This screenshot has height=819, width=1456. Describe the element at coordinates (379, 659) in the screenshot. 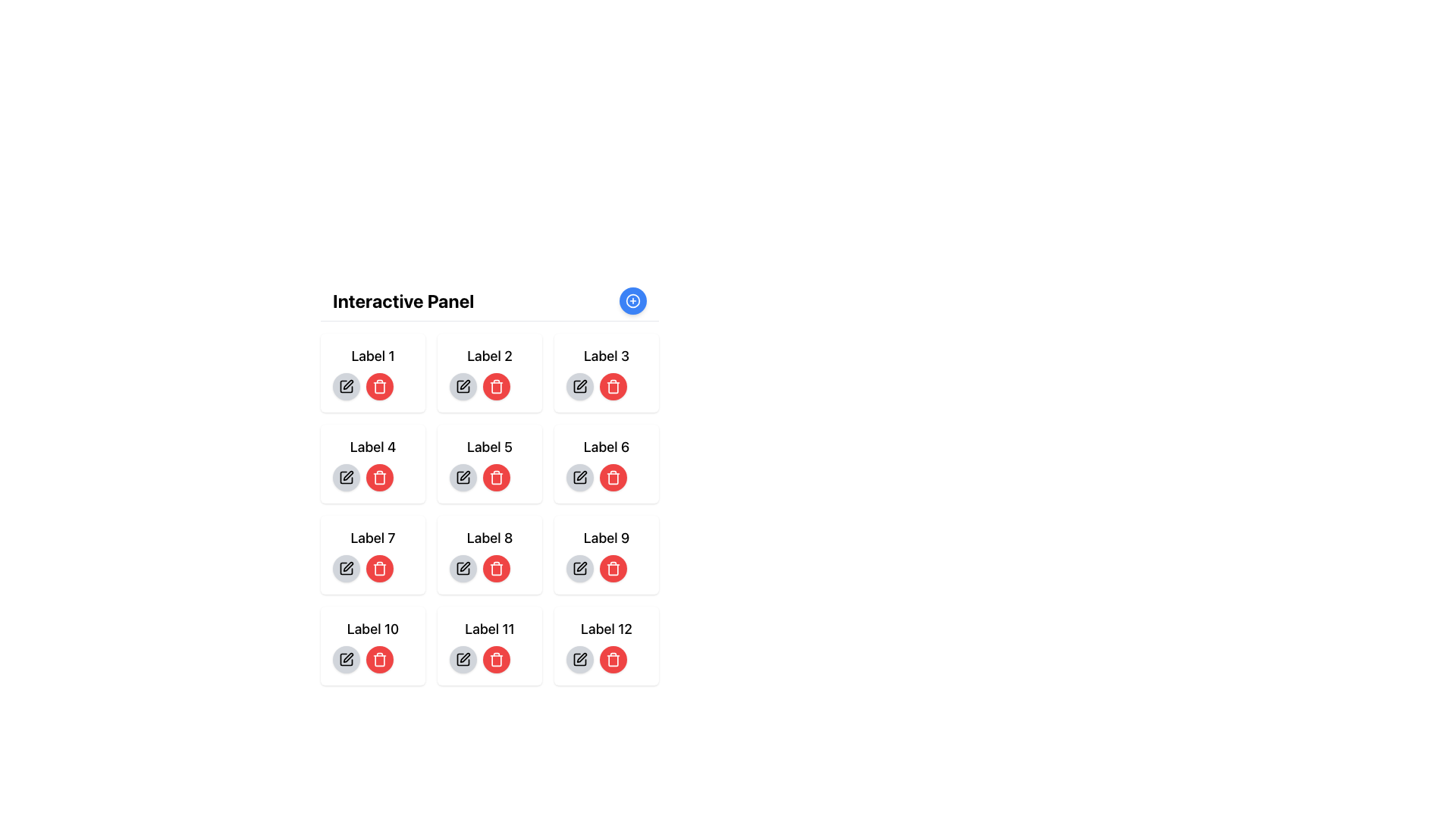

I see `the circular red delete button with a trash can icon, located in the fourth row, first column associated with 'Label 10'` at that location.